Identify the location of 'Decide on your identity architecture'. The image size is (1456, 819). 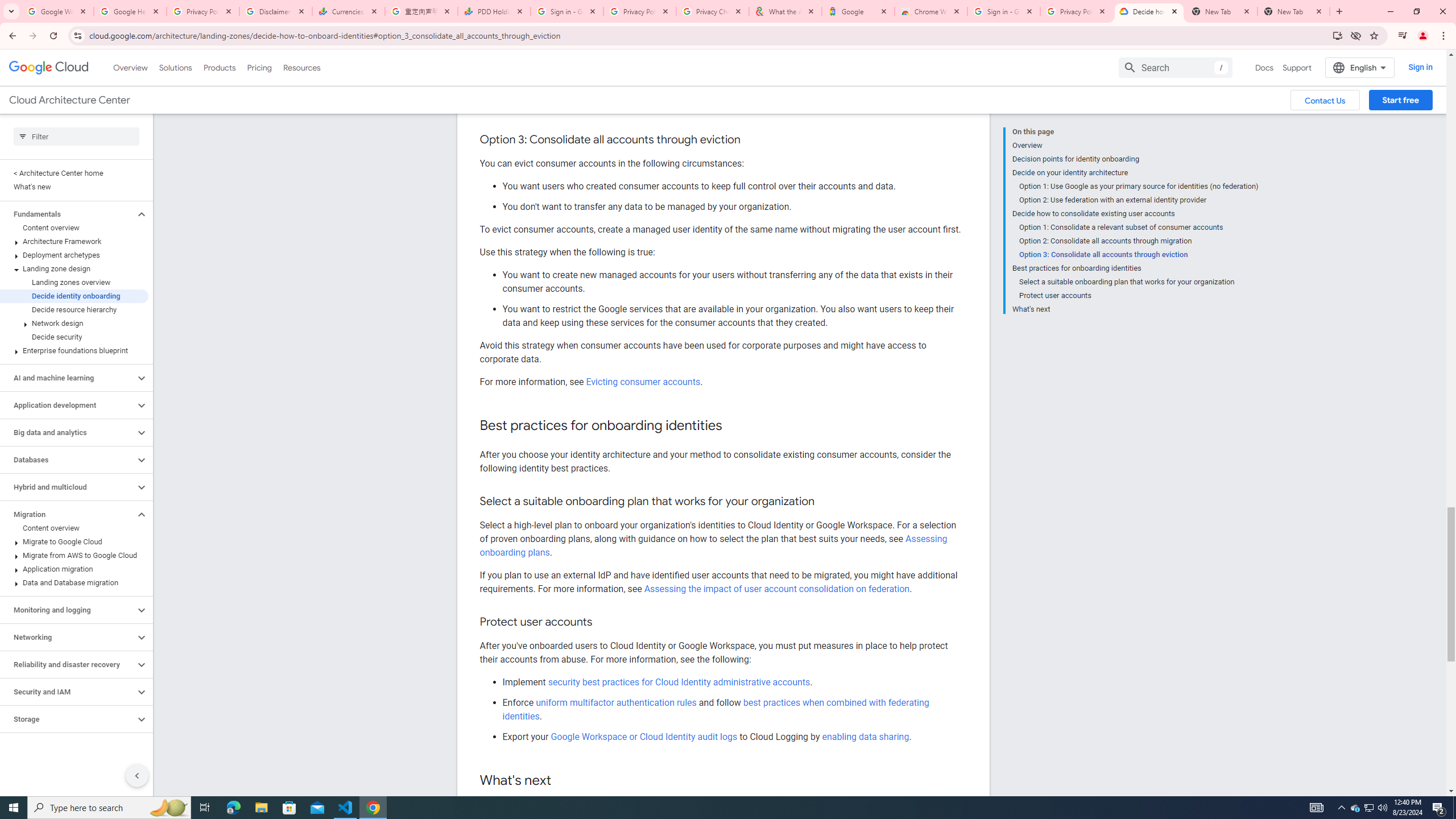
(1134, 172).